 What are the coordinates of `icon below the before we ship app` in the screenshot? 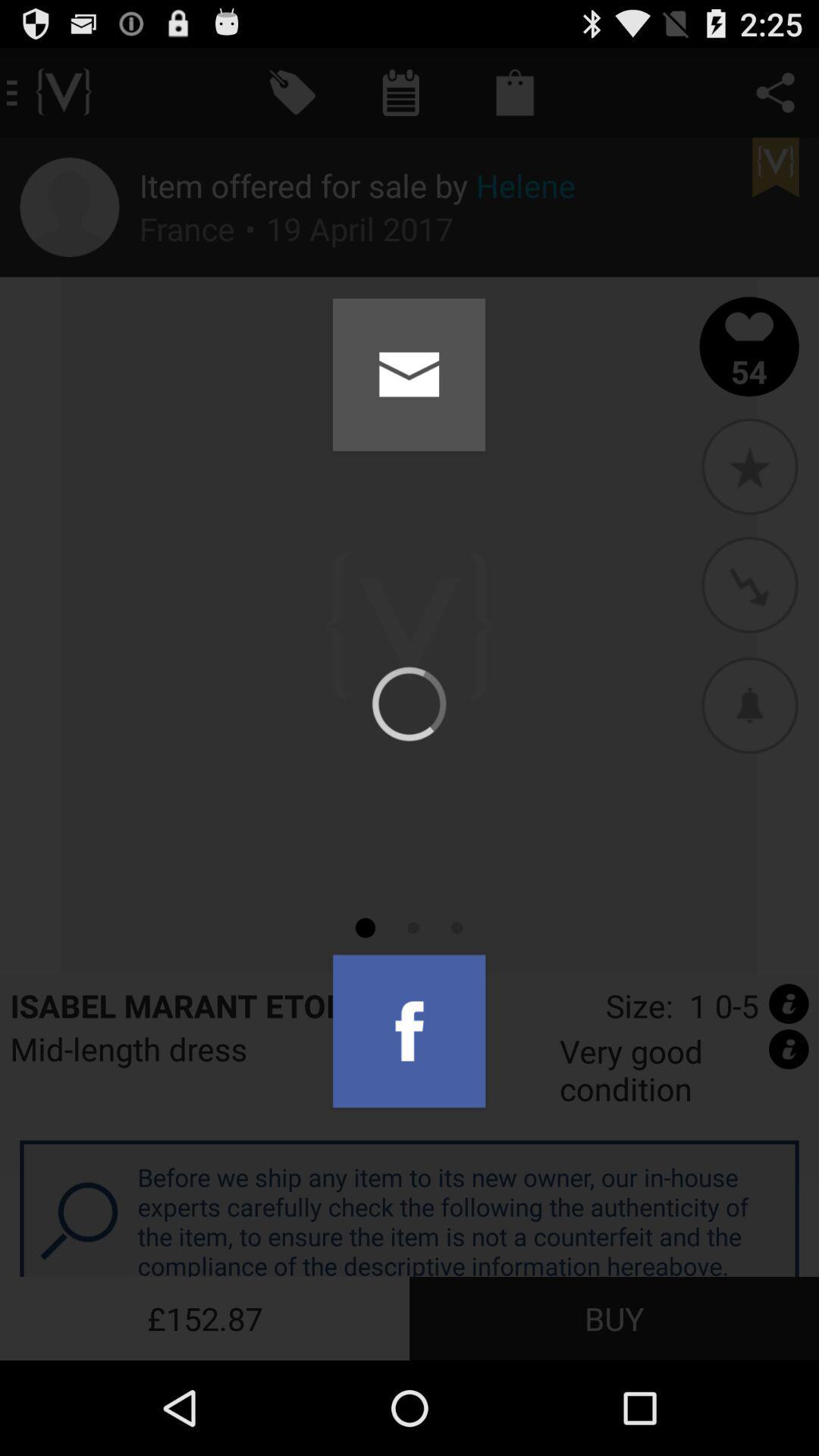 It's located at (614, 1317).